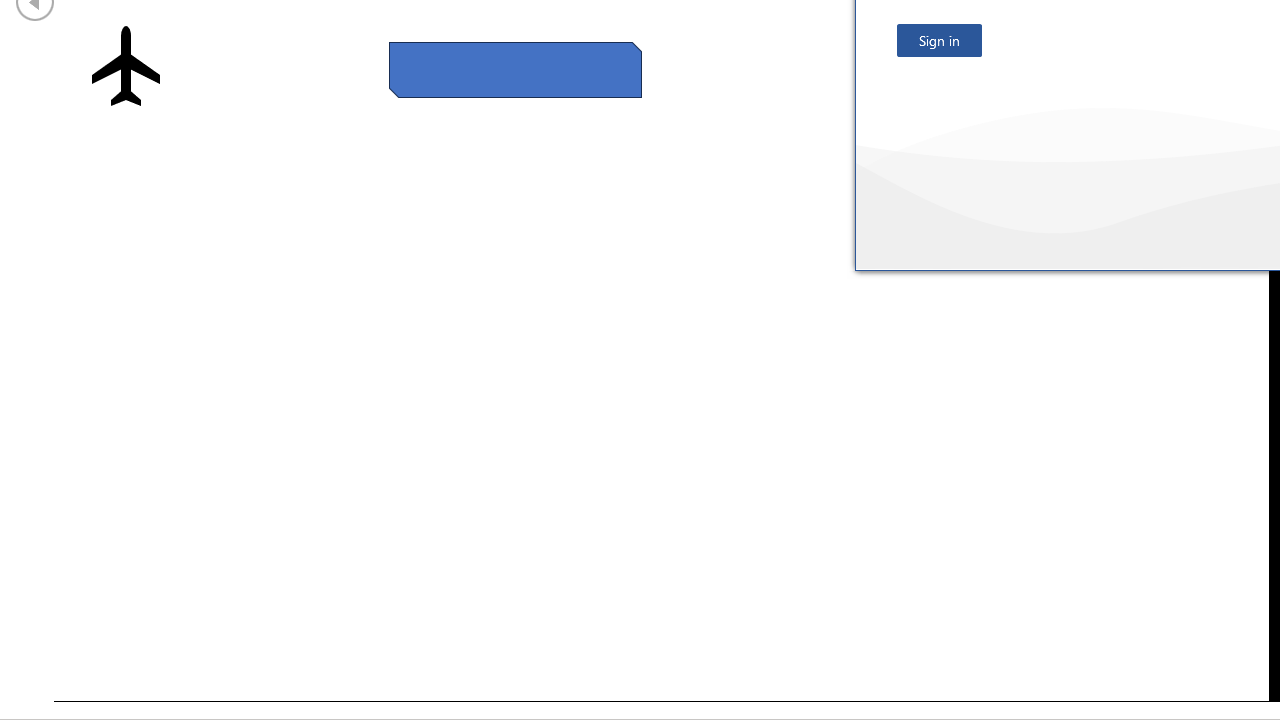 The height and width of the screenshot is (720, 1280). I want to click on 'Sign in', so click(938, 40).